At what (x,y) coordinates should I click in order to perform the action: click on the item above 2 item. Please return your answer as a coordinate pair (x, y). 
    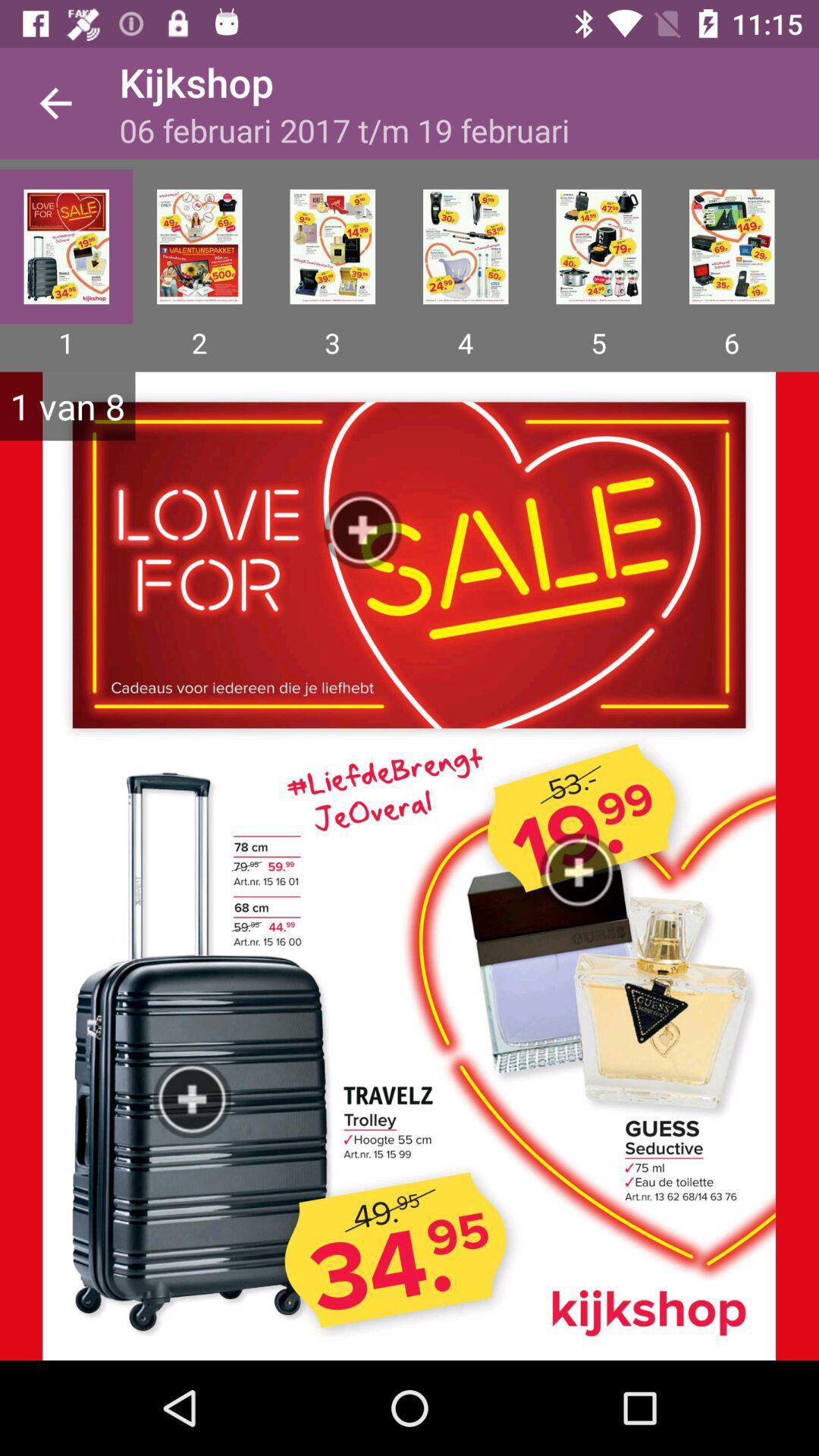
    Looking at the image, I should click on (199, 246).